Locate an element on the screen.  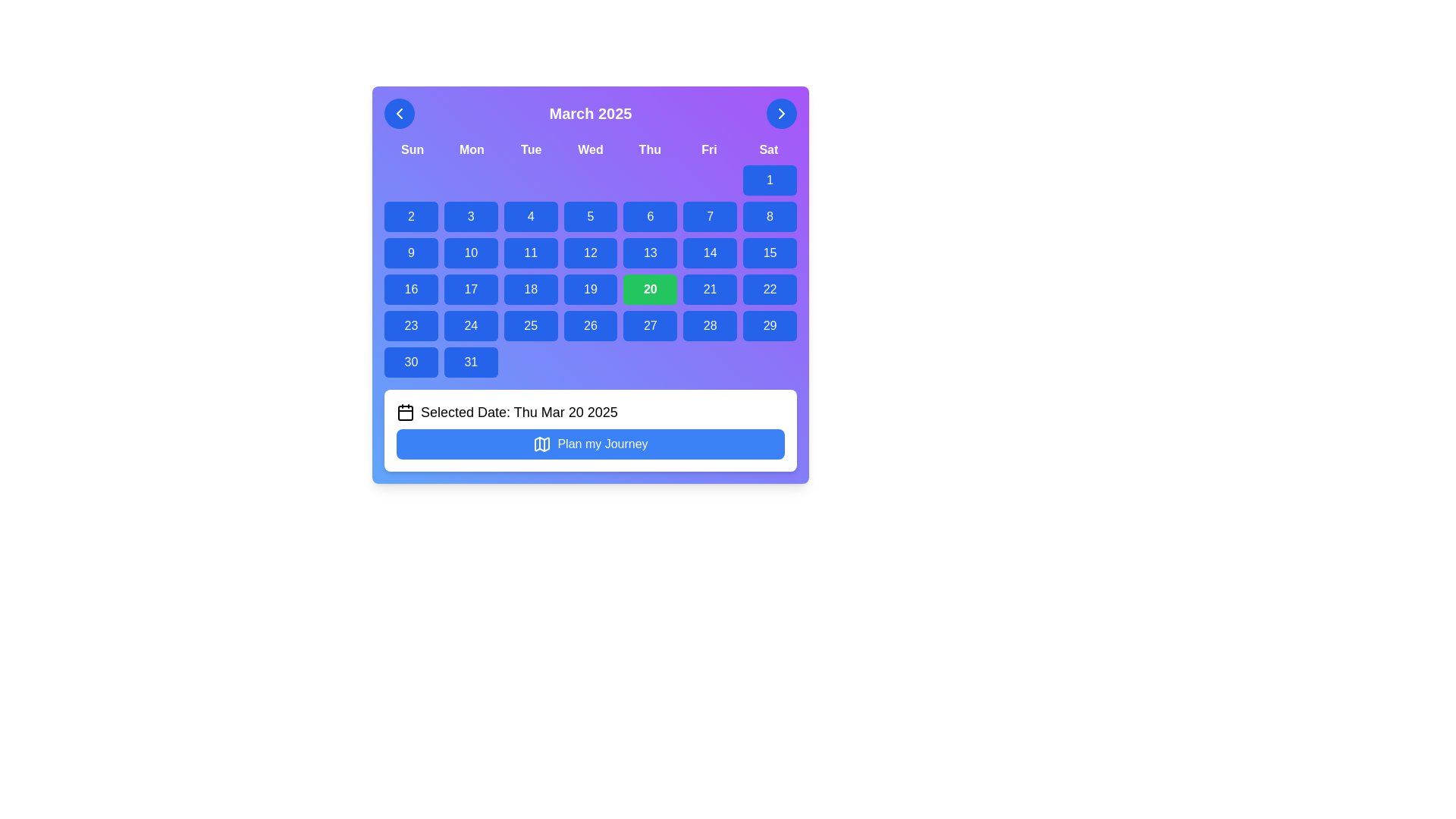
the right-pointing chevron icon embedded within the blue circular button located at the top-right corner of the calendar interface is located at coordinates (782, 113).